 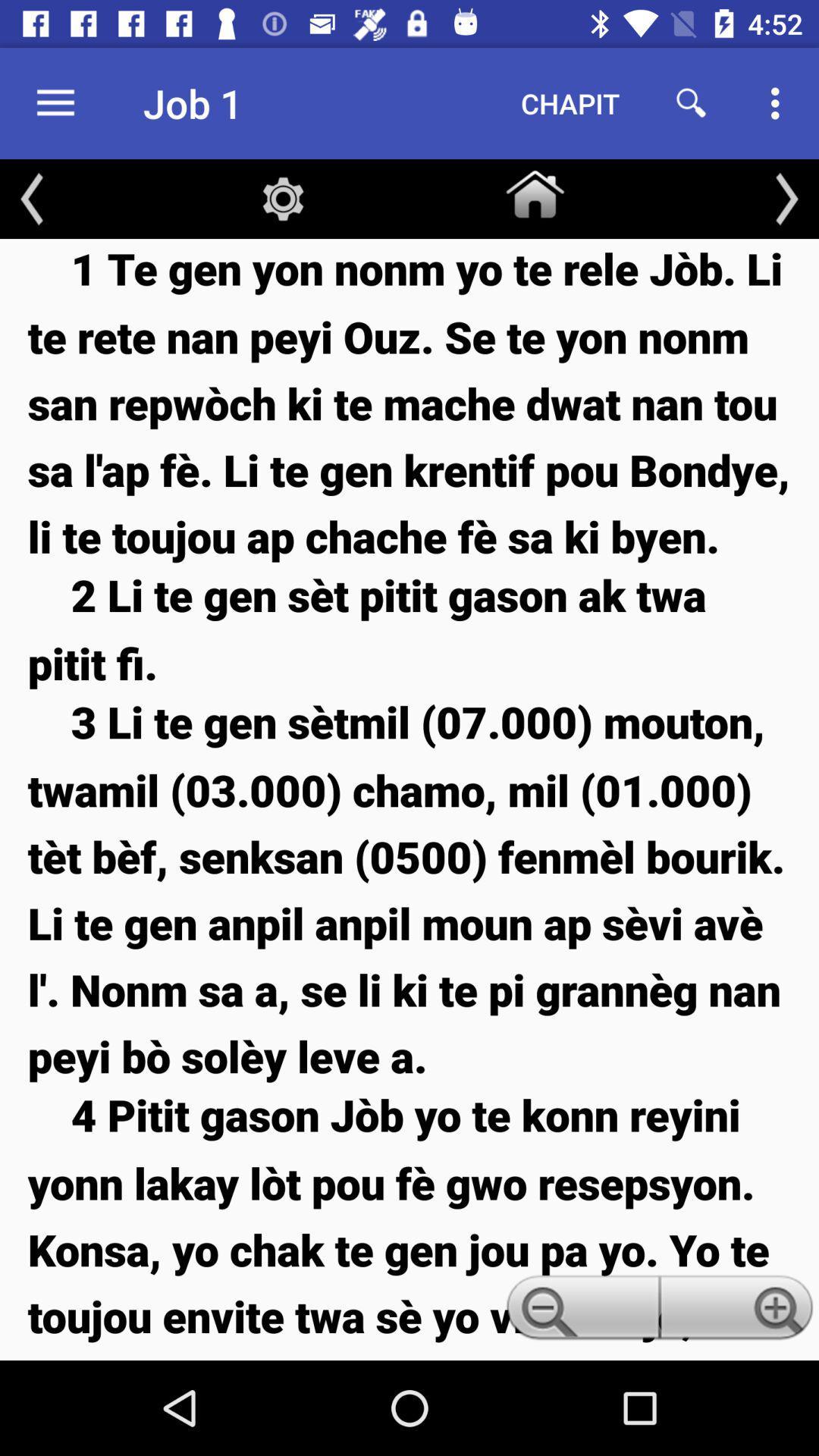 What do you see at coordinates (570, 102) in the screenshot?
I see `the chapit icon` at bounding box center [570, 102].